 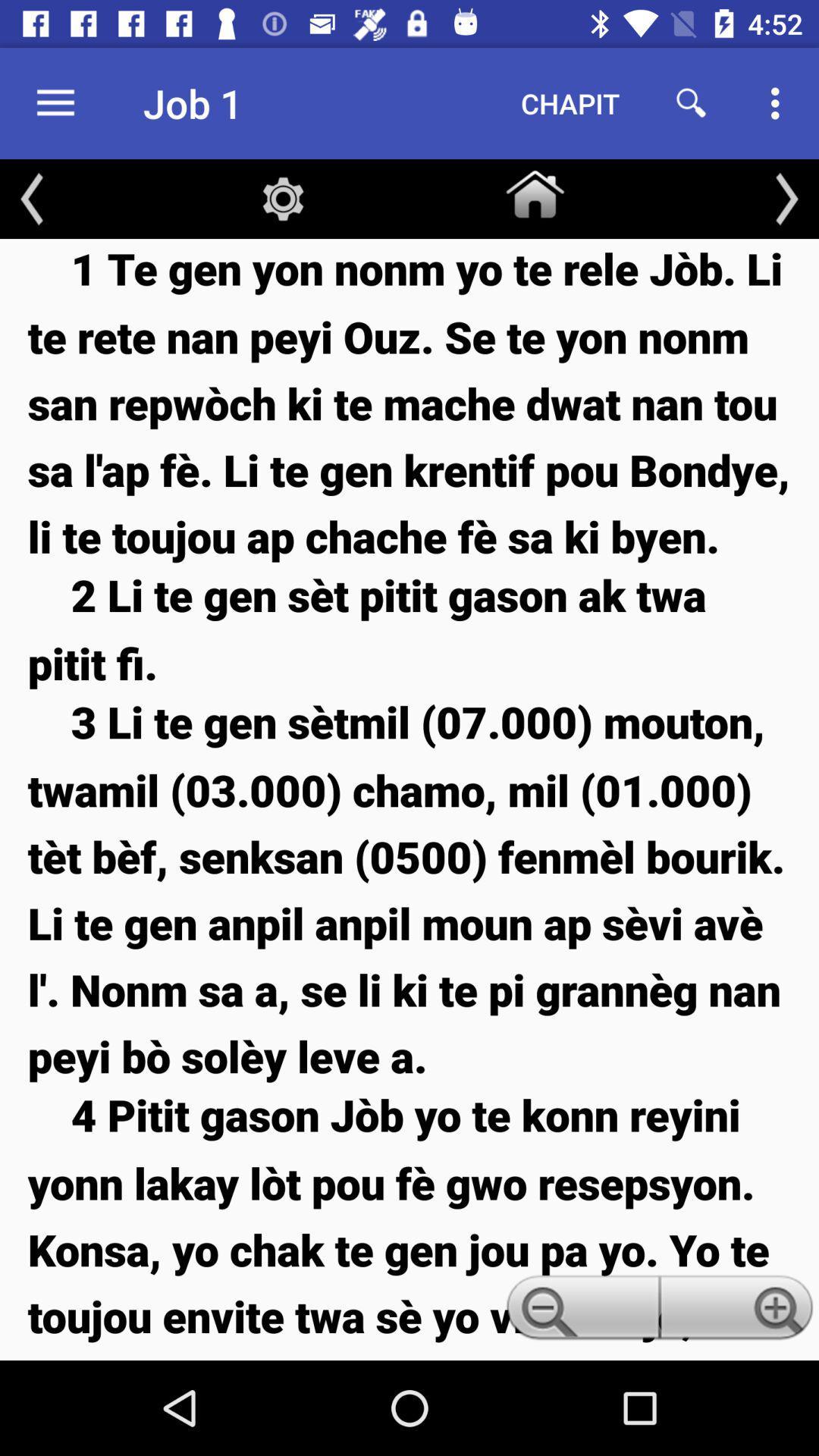 What do you see at coordinates (570, 102) in the screenshot?
I see `the chapit icon` at bounding box center [570, 102].